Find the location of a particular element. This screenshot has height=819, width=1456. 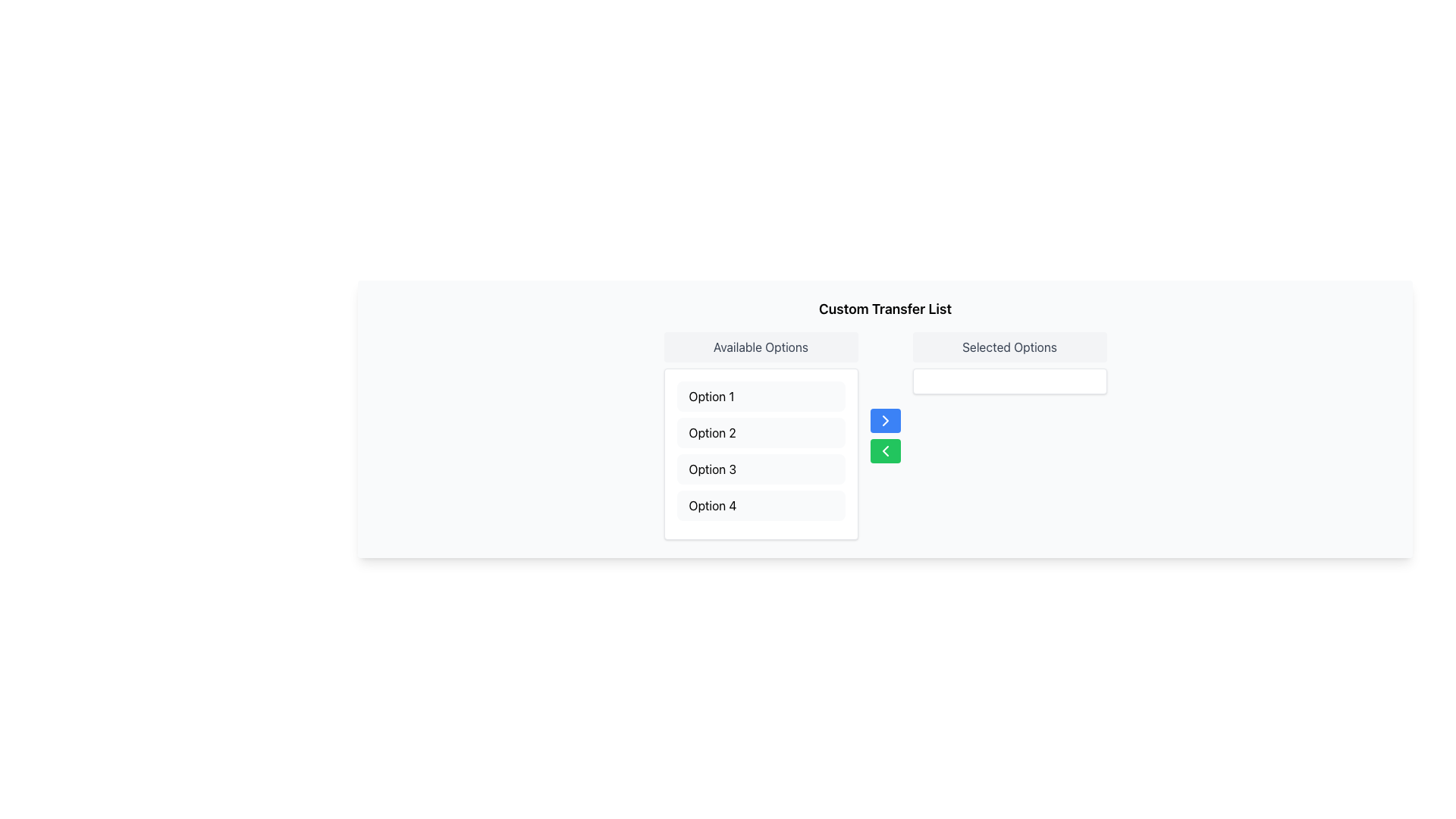

the transfer icon located within the blue rectangular button between the 'Available Options' and 'Selected Options' sections is located at coordinates (885, 421).